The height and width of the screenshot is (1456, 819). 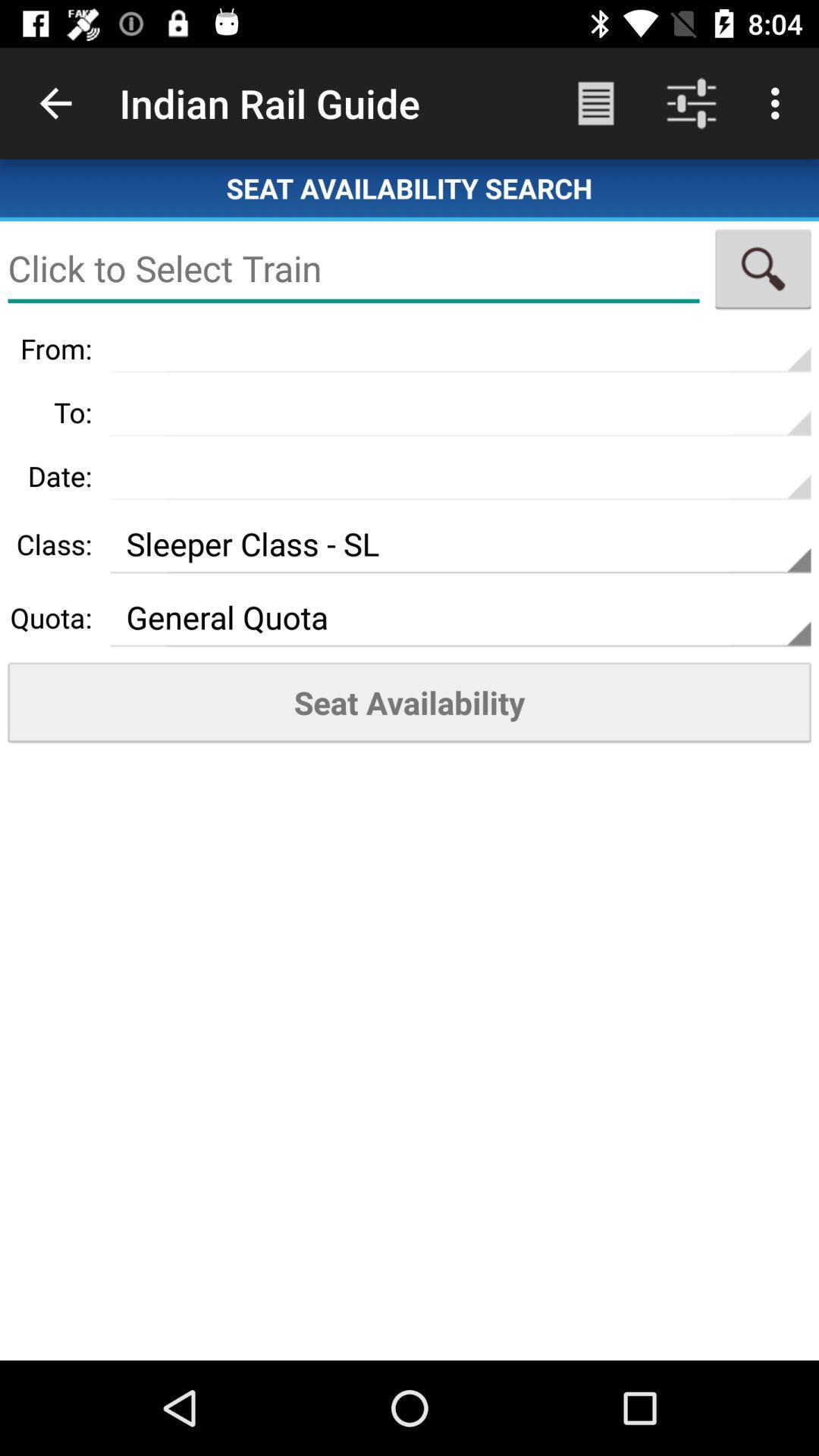 I want to click on search train, so click(x=763, y=268).